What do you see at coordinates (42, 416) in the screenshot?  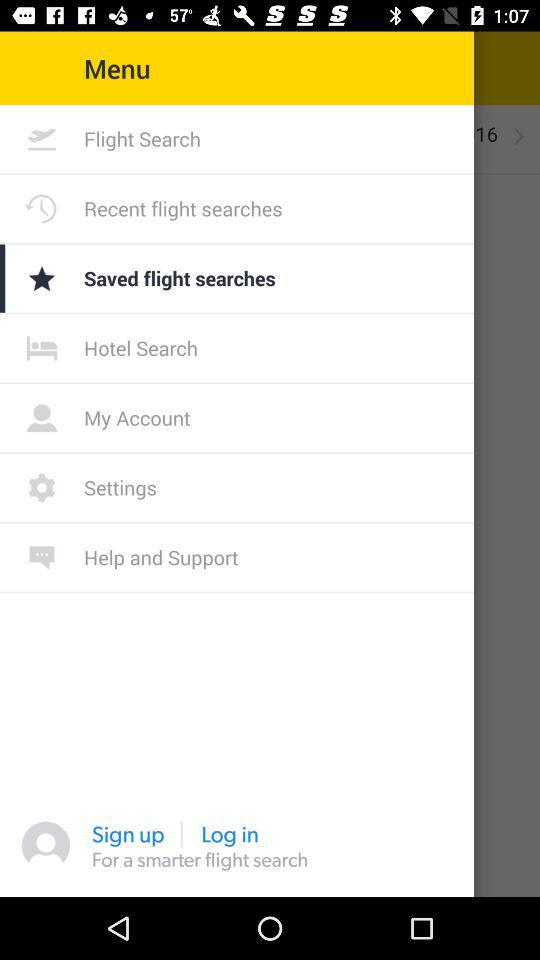 I see `the icon of profile in my account` at bounding box center [42, 416].